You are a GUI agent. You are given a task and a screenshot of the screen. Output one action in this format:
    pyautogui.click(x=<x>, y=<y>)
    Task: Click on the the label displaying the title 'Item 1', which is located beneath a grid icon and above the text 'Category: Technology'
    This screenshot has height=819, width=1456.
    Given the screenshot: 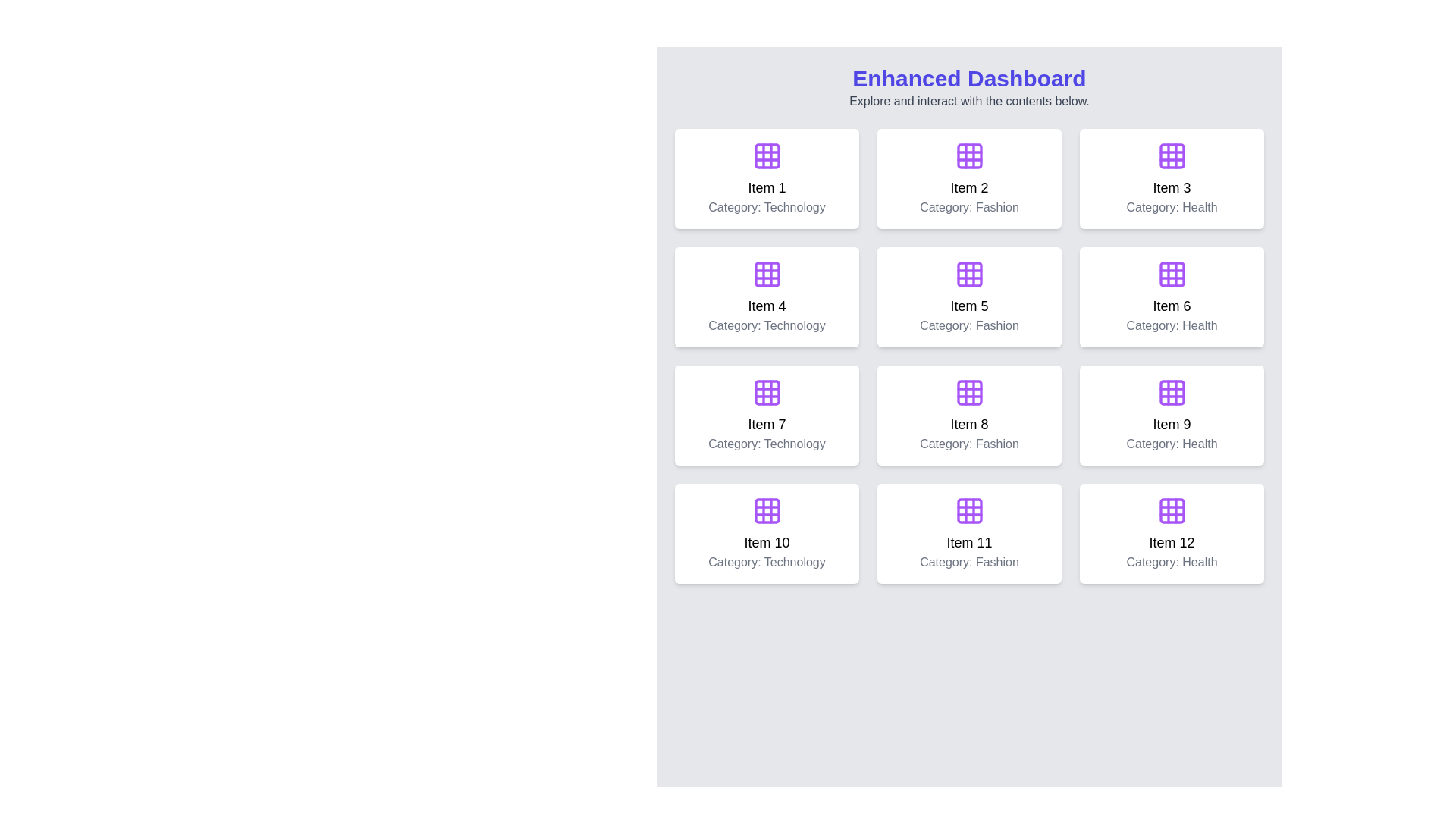 What is the action you would take?
    pyautogui.click(x=767, y=187)
    